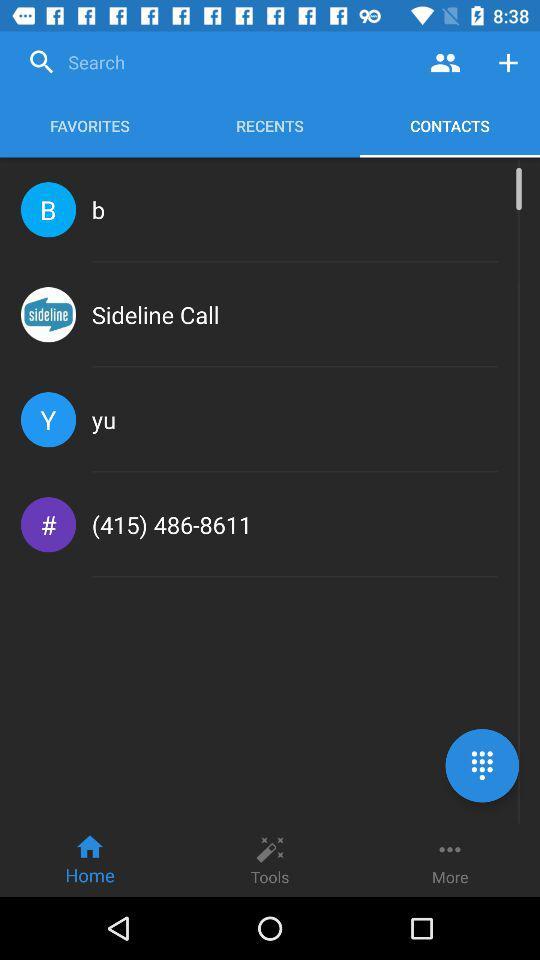  I want to click on item above the favorites, so click(216, 62).